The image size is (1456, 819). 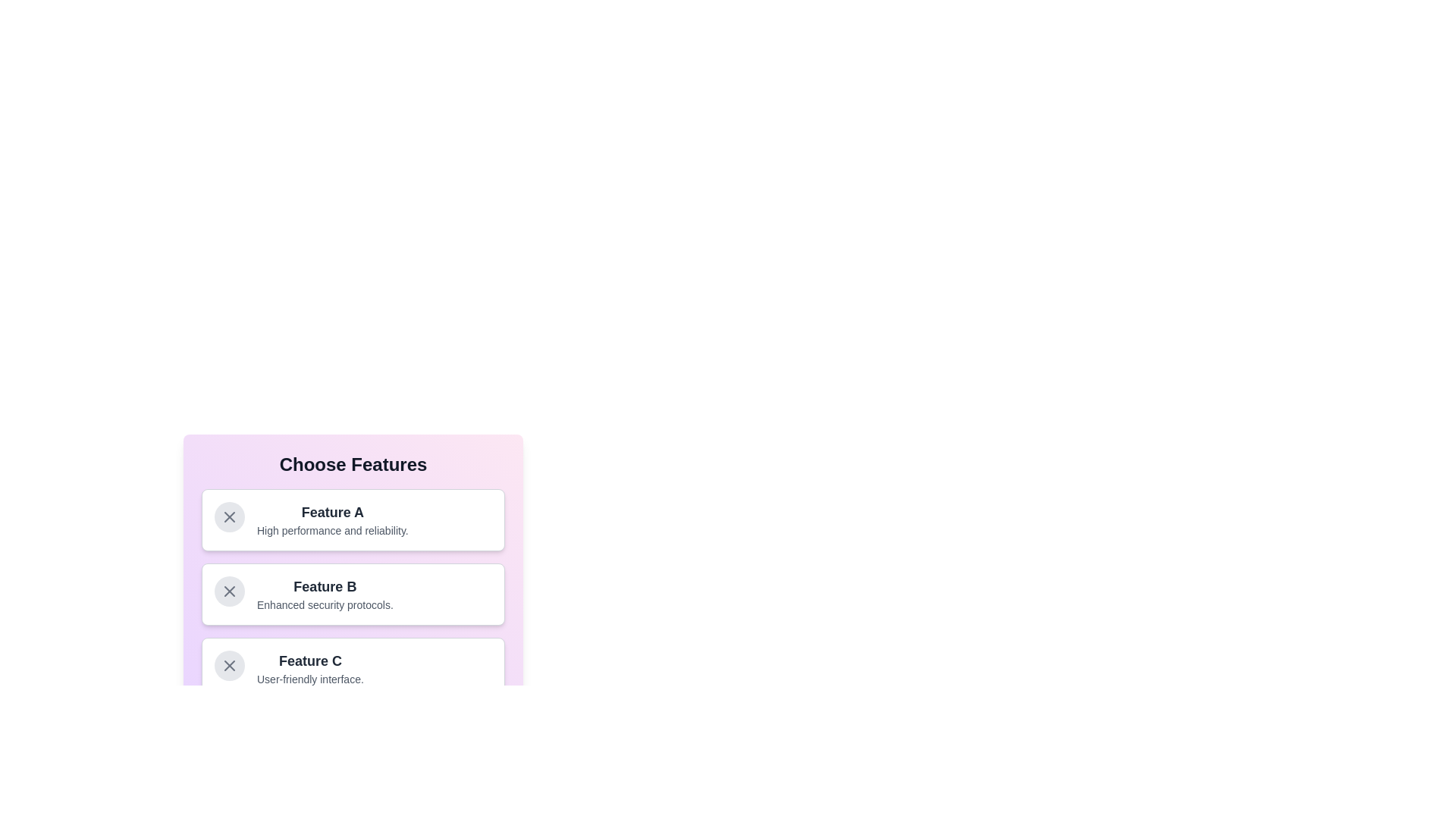 I want to click on the cross-shaped icon, so click(x=228, y=665).